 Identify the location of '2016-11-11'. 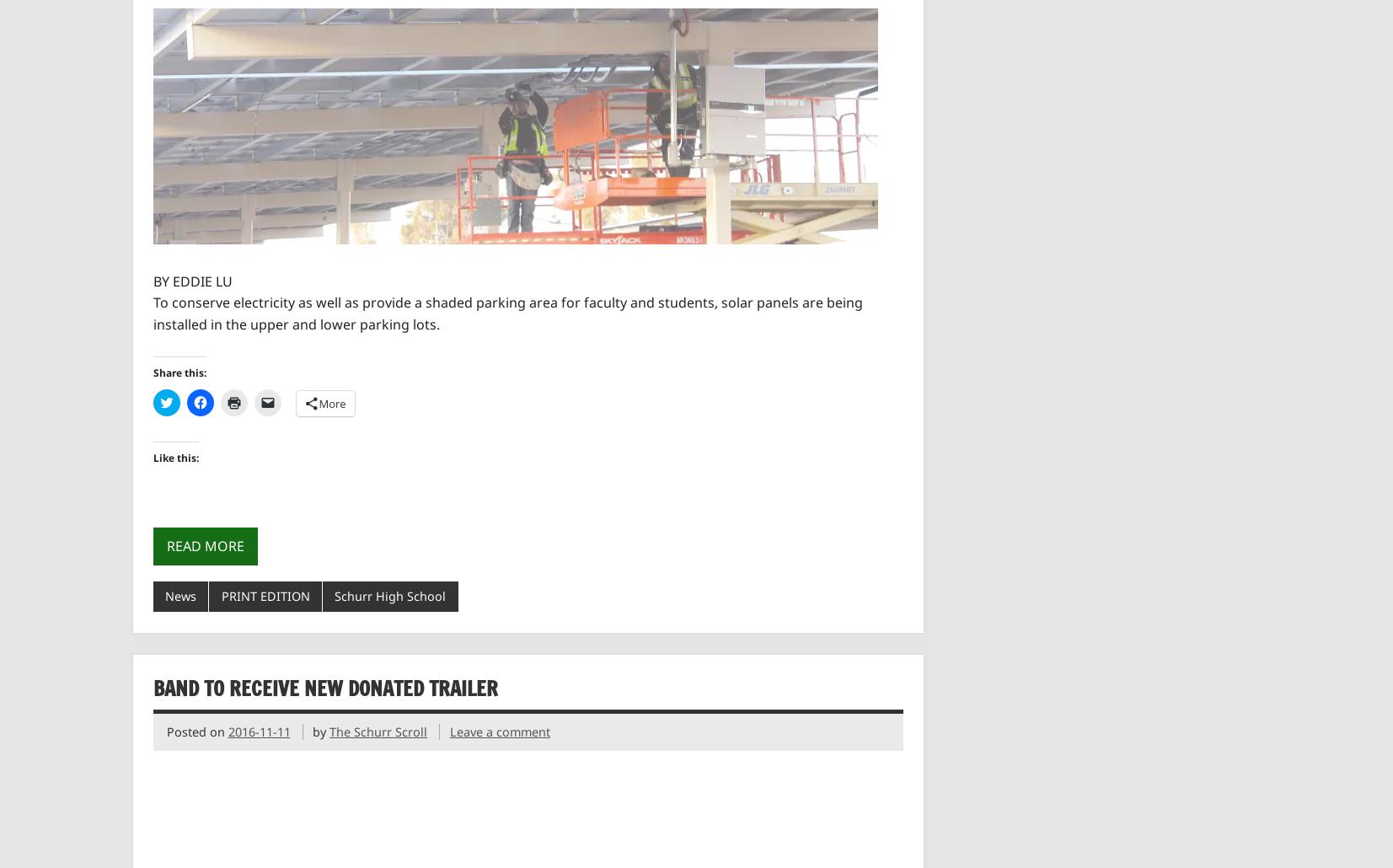
(257, 731).